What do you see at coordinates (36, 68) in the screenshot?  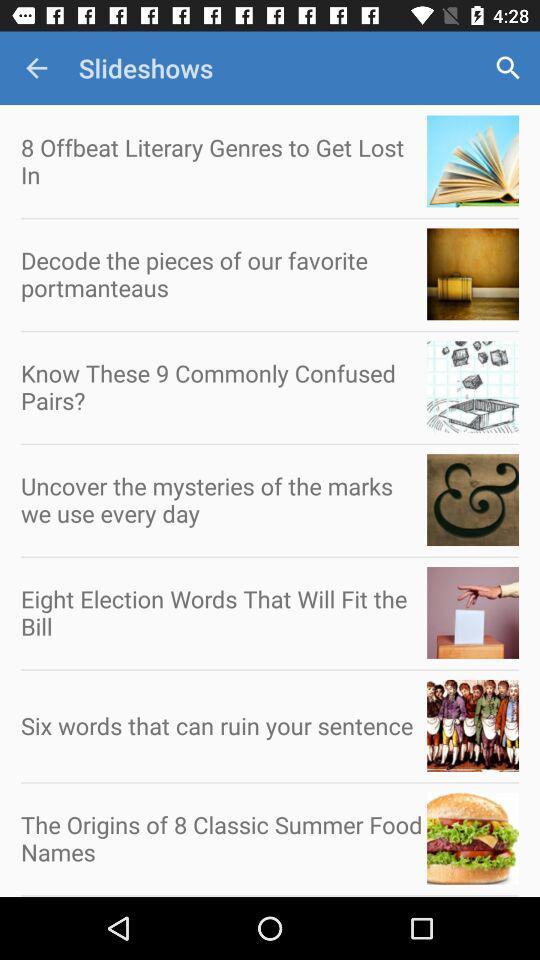 I see `app next to the slideshows item` at bounding box center [36, 68].